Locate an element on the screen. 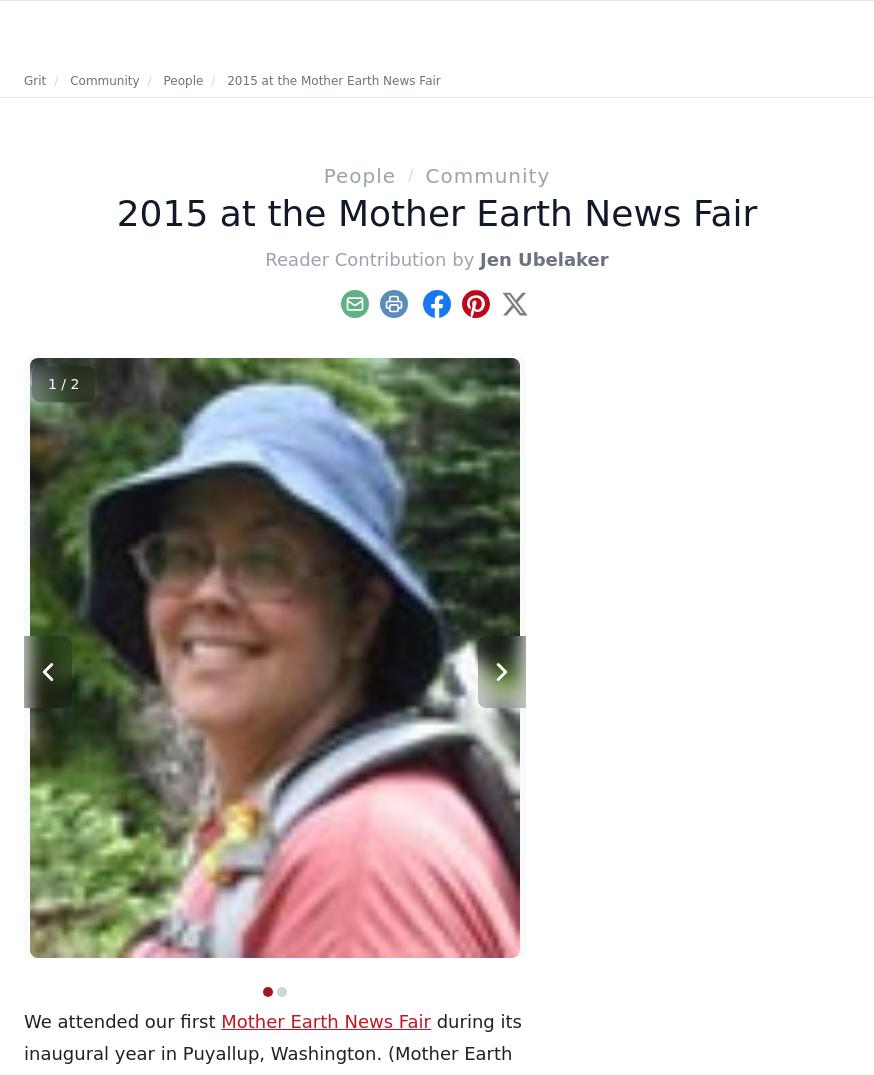 The width and height of the screenshot is (874, 1075). 'Retractable PVC Hoop House' is located at coordinates (722, 630).